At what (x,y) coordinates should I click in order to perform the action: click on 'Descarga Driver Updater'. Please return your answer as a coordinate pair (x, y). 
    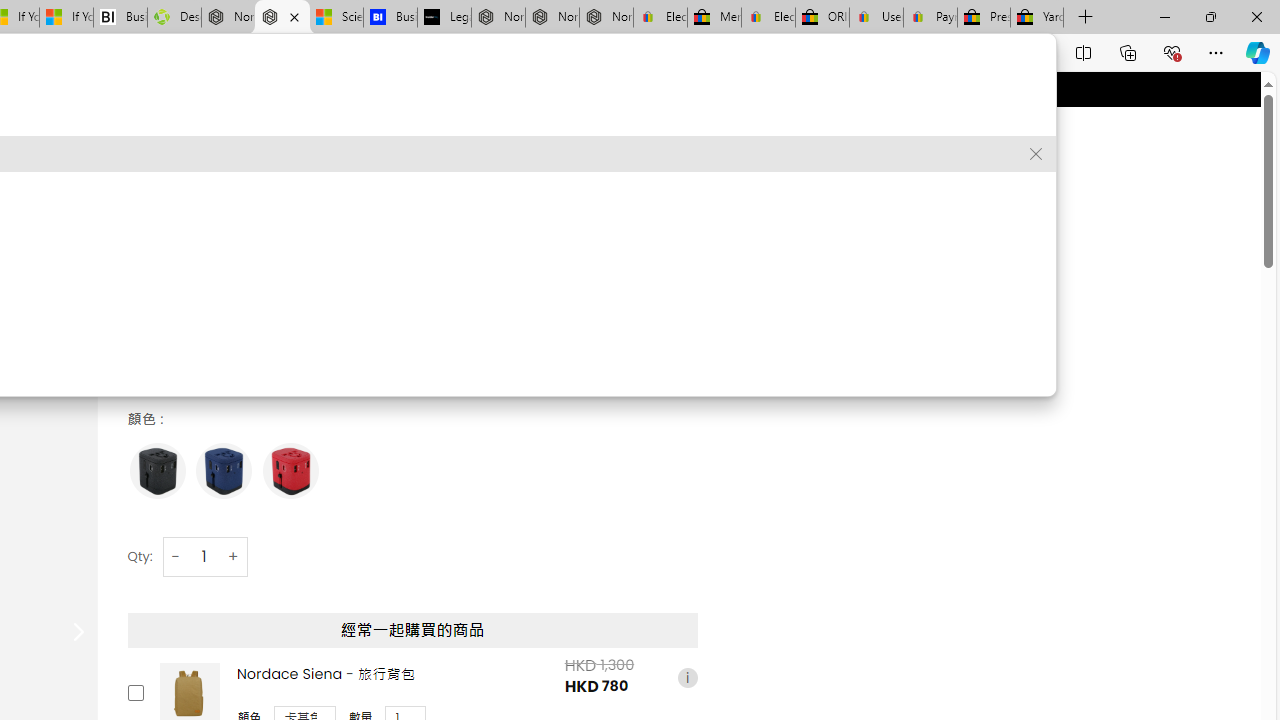
    Looking at the image, I should click on (174, 17).